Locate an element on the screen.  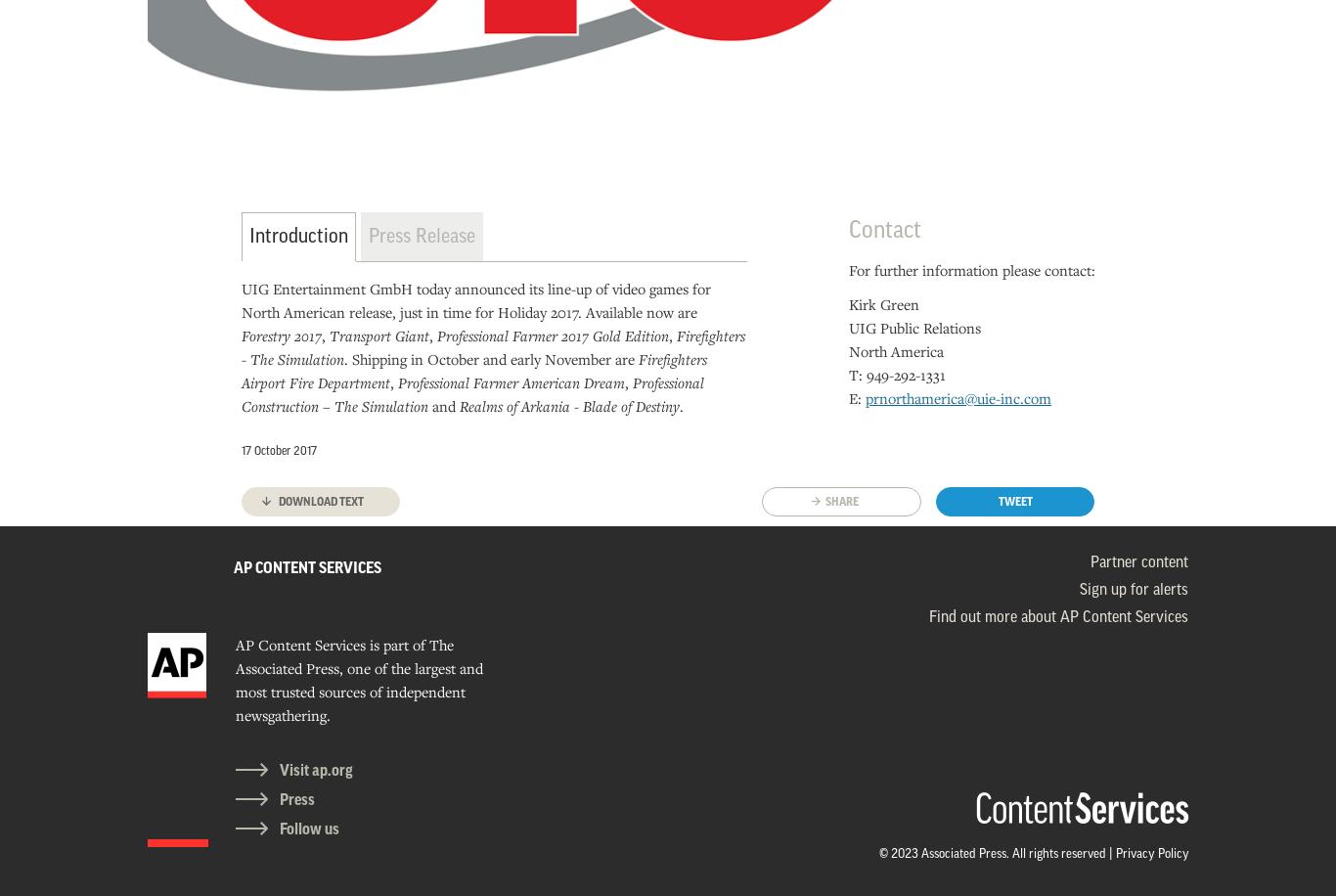
'Forestry 2017' is located at coordinates (280, 334).